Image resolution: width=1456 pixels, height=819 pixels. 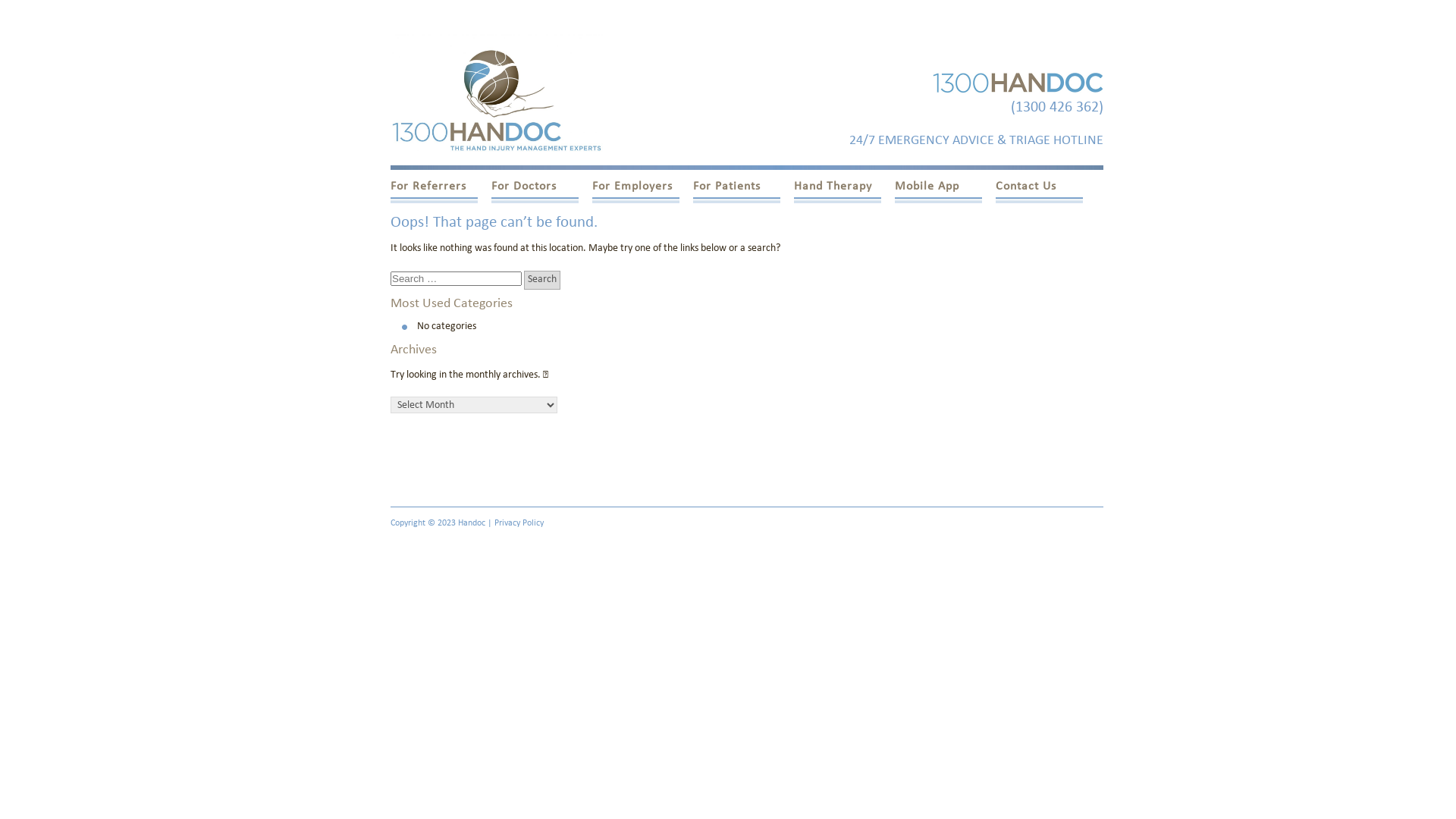 What do you see at coordinates (519, 522) in the screenshot?
I see `'Privacy Policy'` at bounding box center [519, 522].